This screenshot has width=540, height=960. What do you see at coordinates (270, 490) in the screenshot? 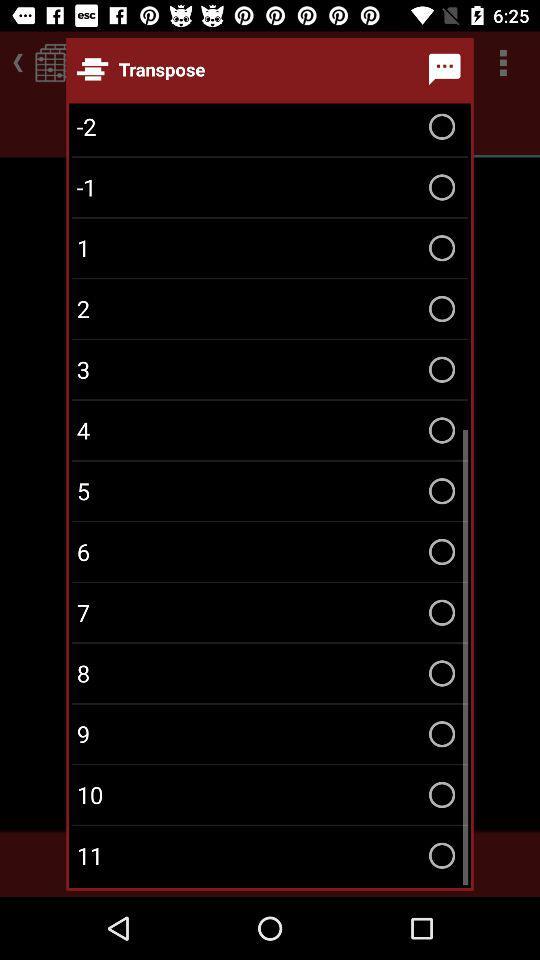
I see `5 icon` at bounding box center [270, 490].